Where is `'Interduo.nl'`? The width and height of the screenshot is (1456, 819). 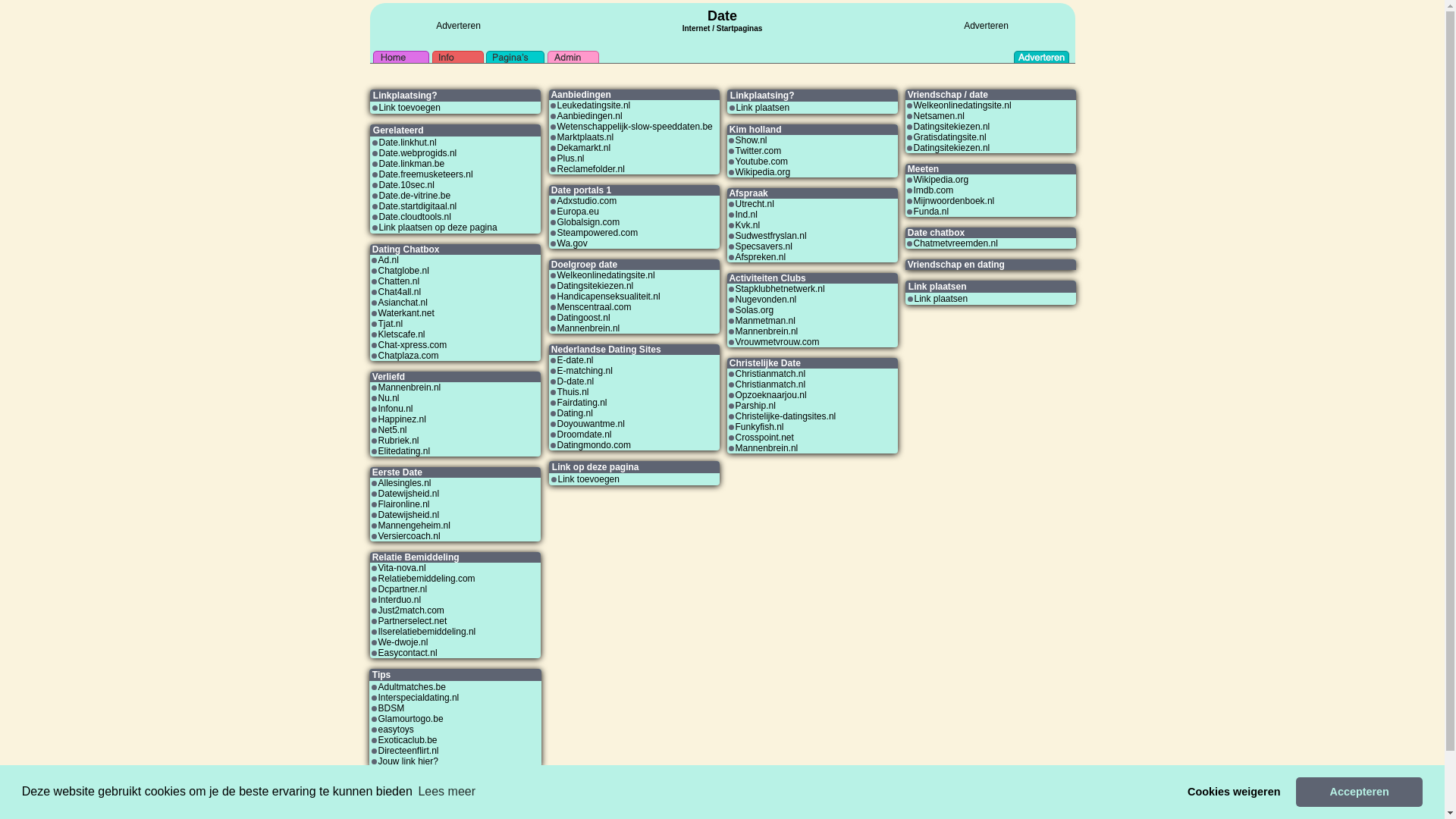 'Interduo.nl' is located at coordinates (399, 598).